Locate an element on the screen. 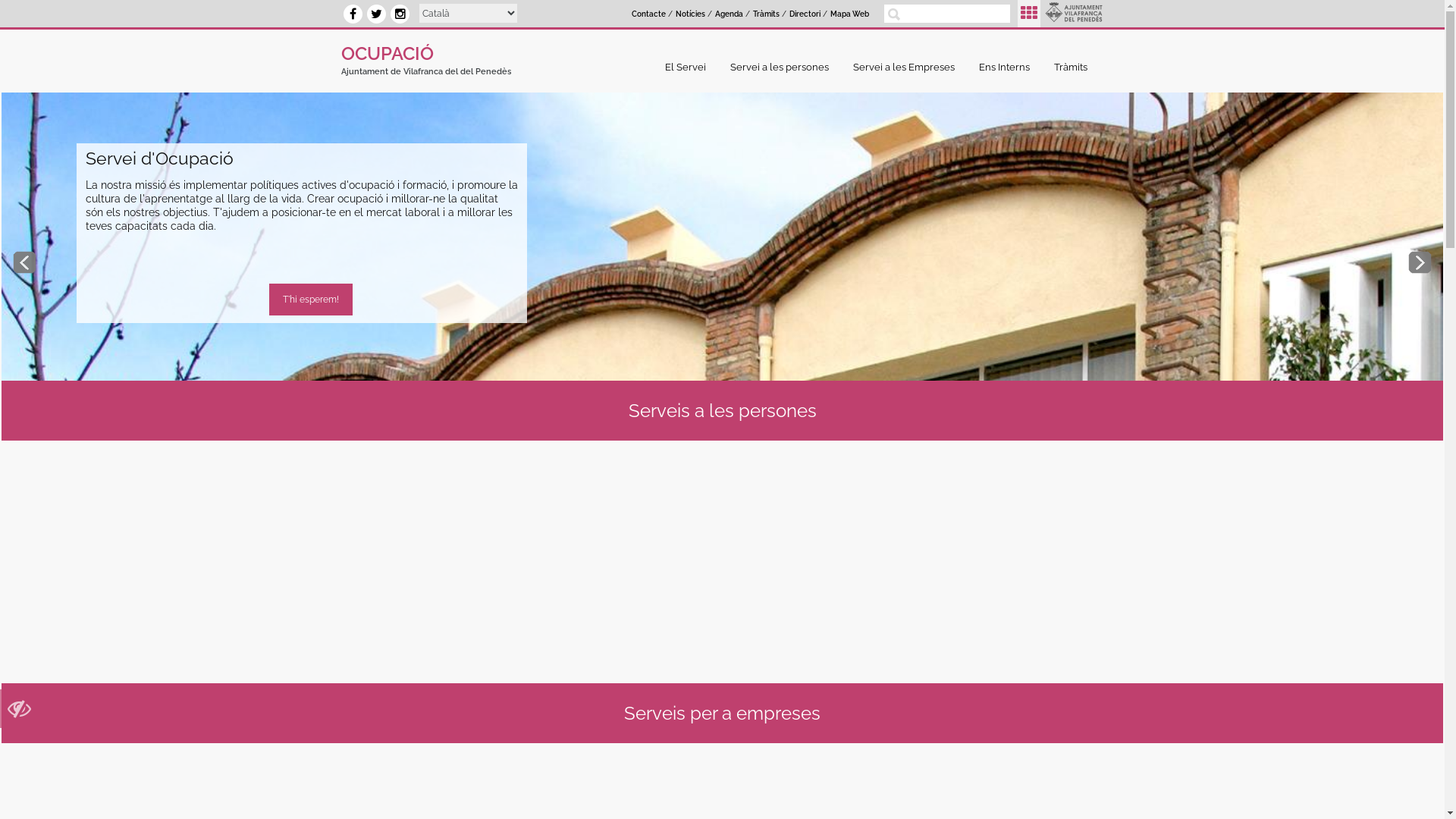  'Servei a les Empreses' is located at coordinates (907, 66).